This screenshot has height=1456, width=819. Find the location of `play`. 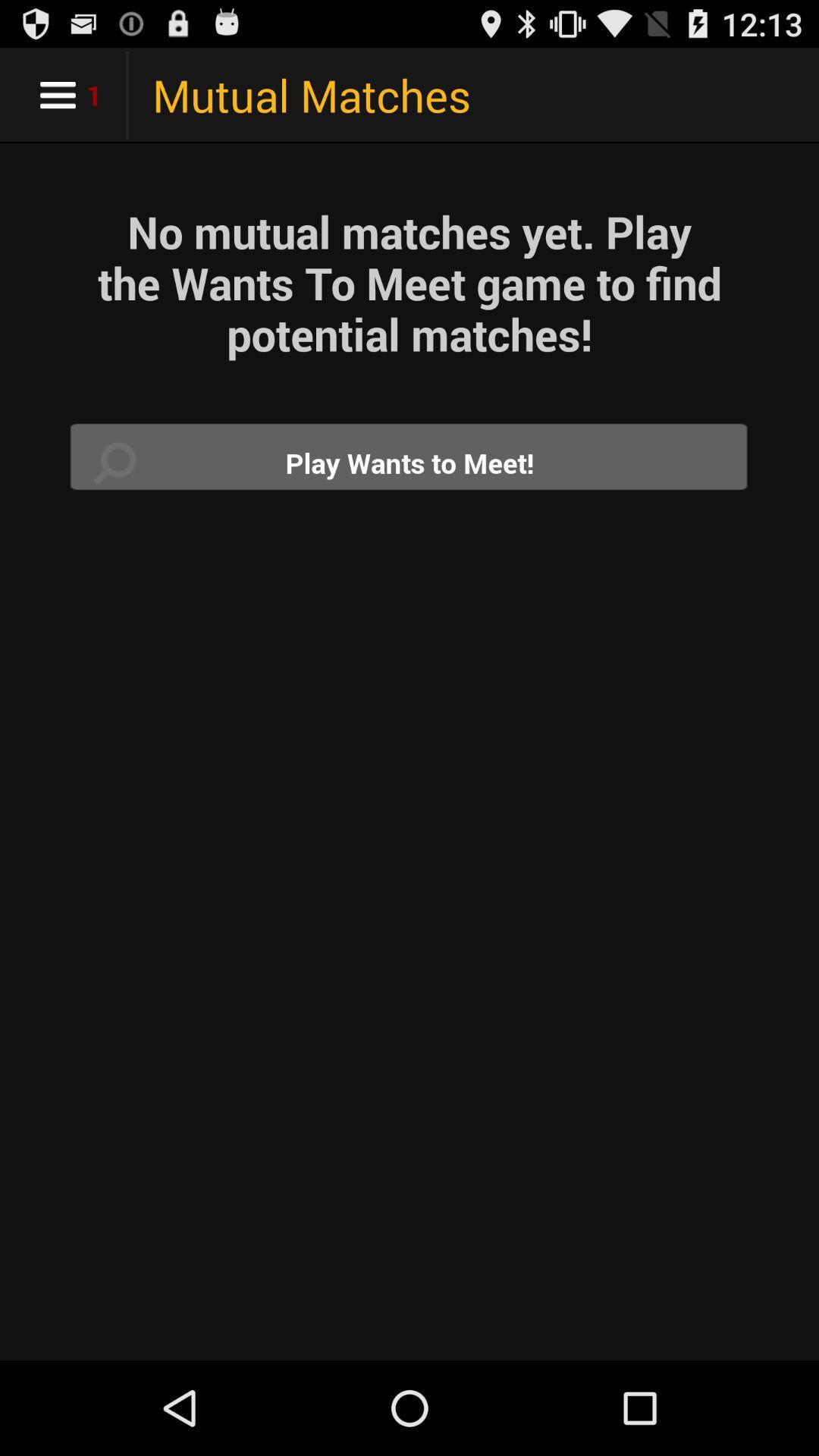

play is located at coordinates (409, 462).